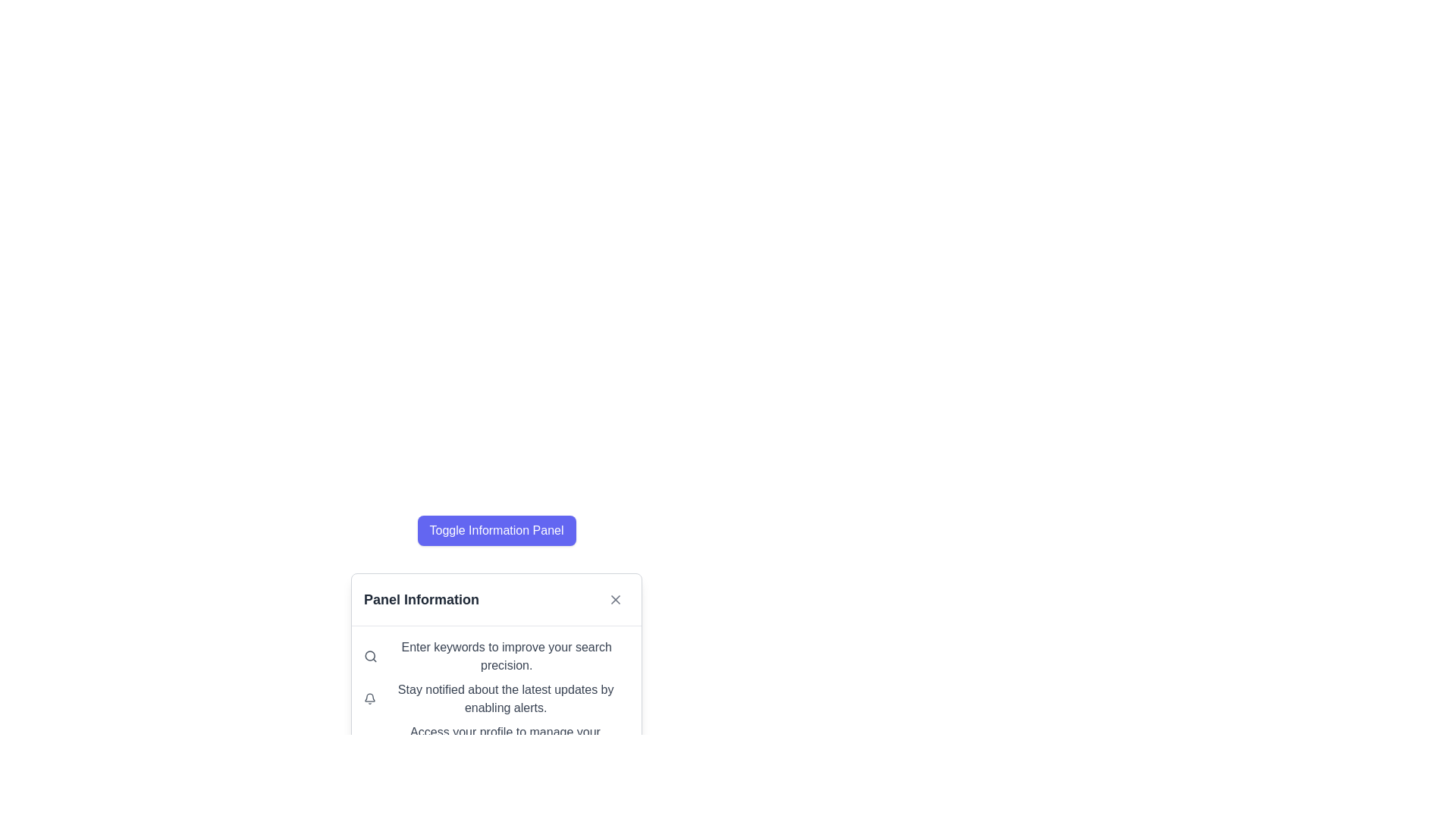 The height and width of the screenshot is (819, 1456). Describe the element at coordinates (422, 598) in the screenshot. I see `the text component displaying 'Panel Information' in bold, dark gray font located at the top-left section of a panel header` at that location.